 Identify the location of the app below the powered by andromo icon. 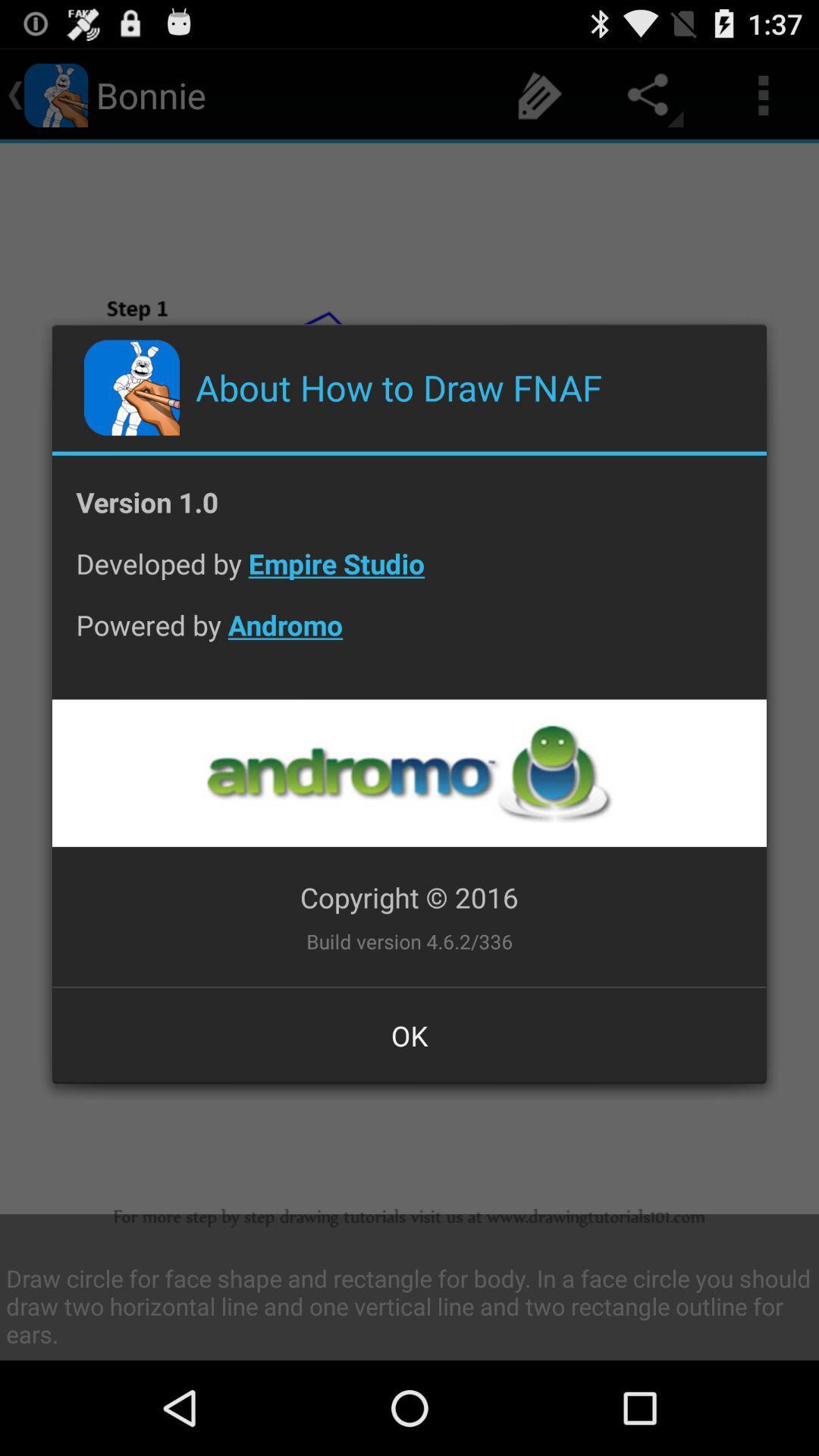
(408, 773).